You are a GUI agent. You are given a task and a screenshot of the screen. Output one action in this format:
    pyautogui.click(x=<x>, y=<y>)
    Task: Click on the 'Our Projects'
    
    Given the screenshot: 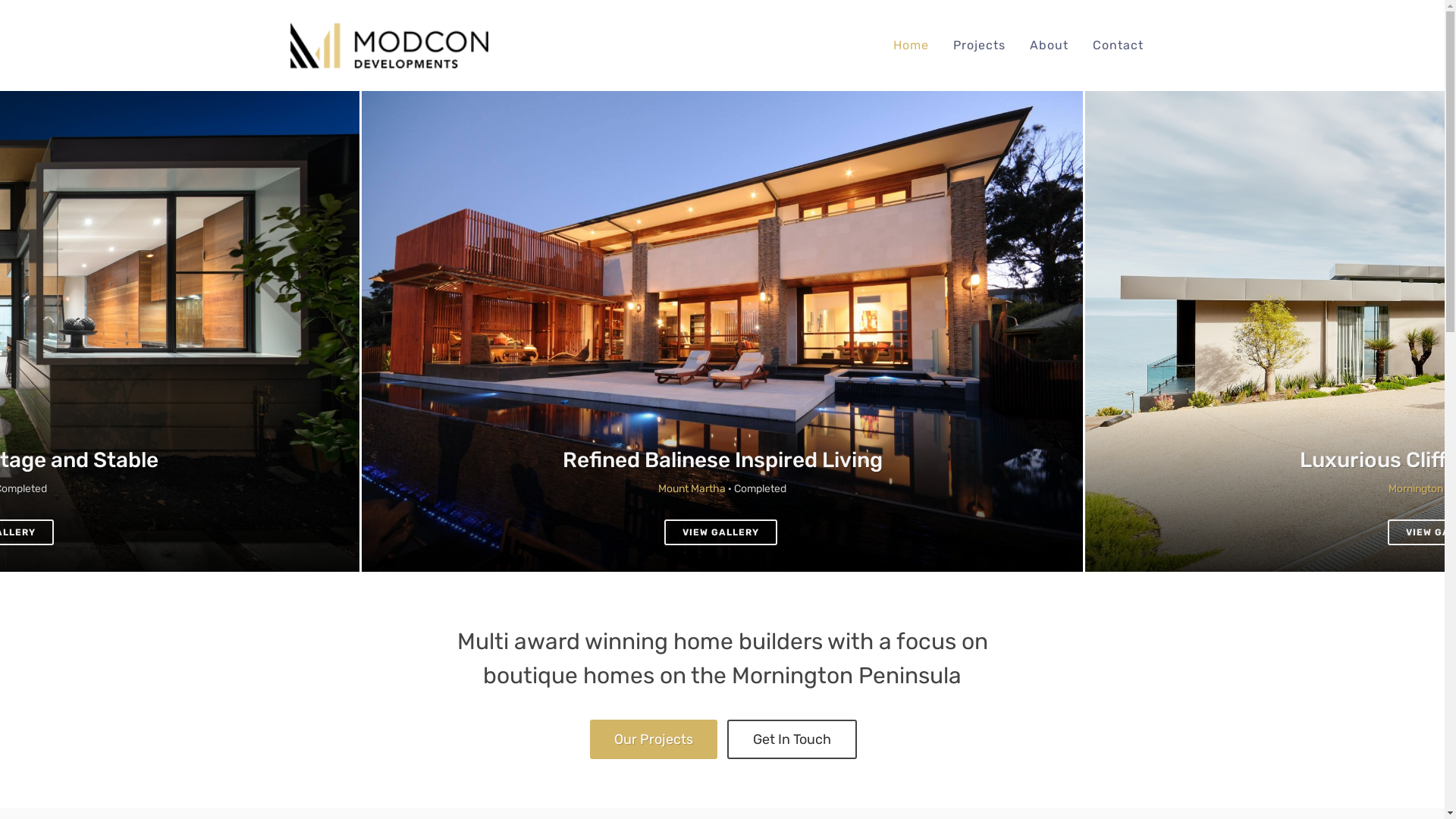 What is the action you would take?
    pyautogui.click(x=654, y=739)
    